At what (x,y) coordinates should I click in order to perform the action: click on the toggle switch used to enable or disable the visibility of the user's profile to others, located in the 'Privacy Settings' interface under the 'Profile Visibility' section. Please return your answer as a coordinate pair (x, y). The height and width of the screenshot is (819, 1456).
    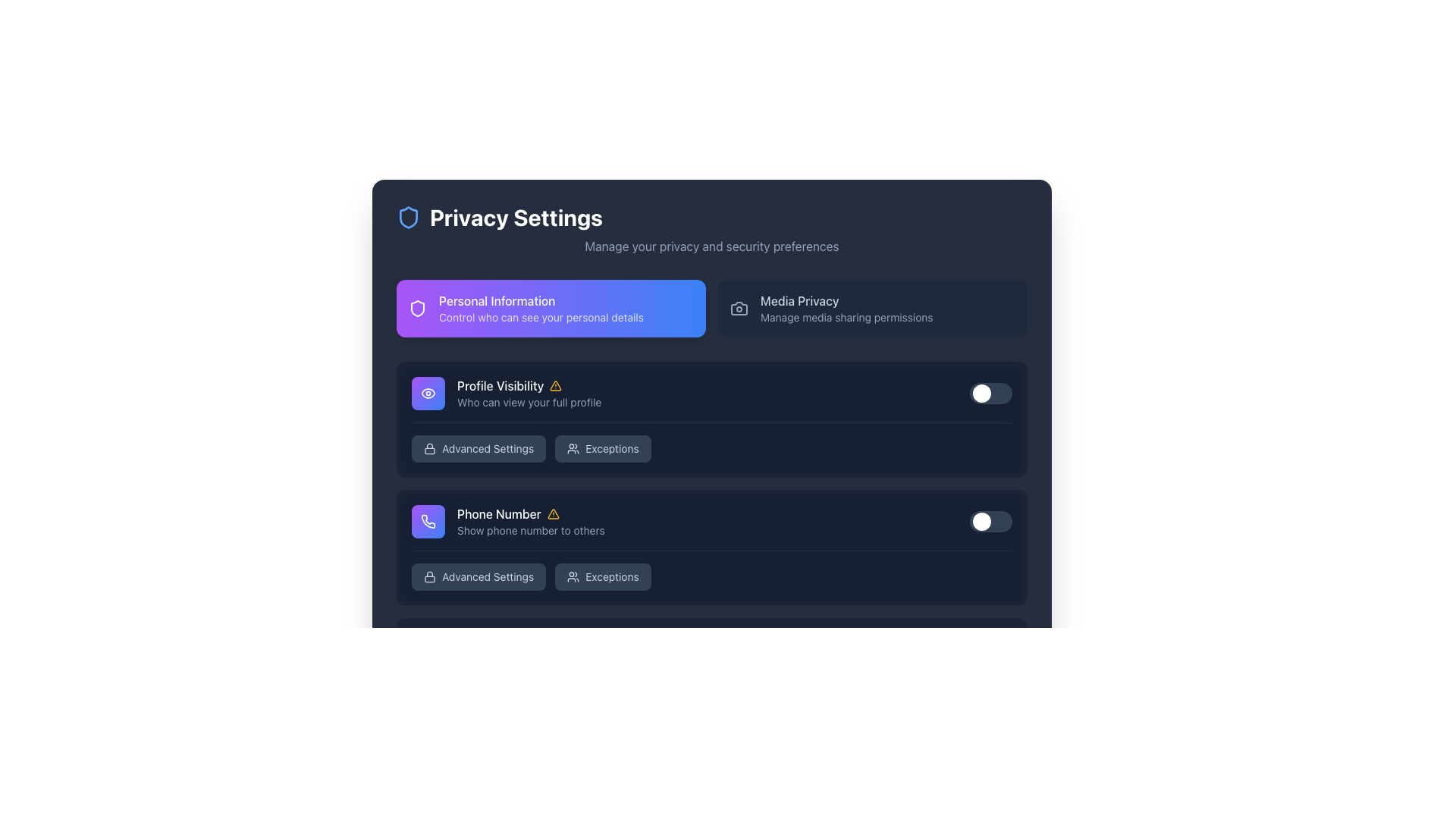
    Looking at the image, I should click on (990, 393).